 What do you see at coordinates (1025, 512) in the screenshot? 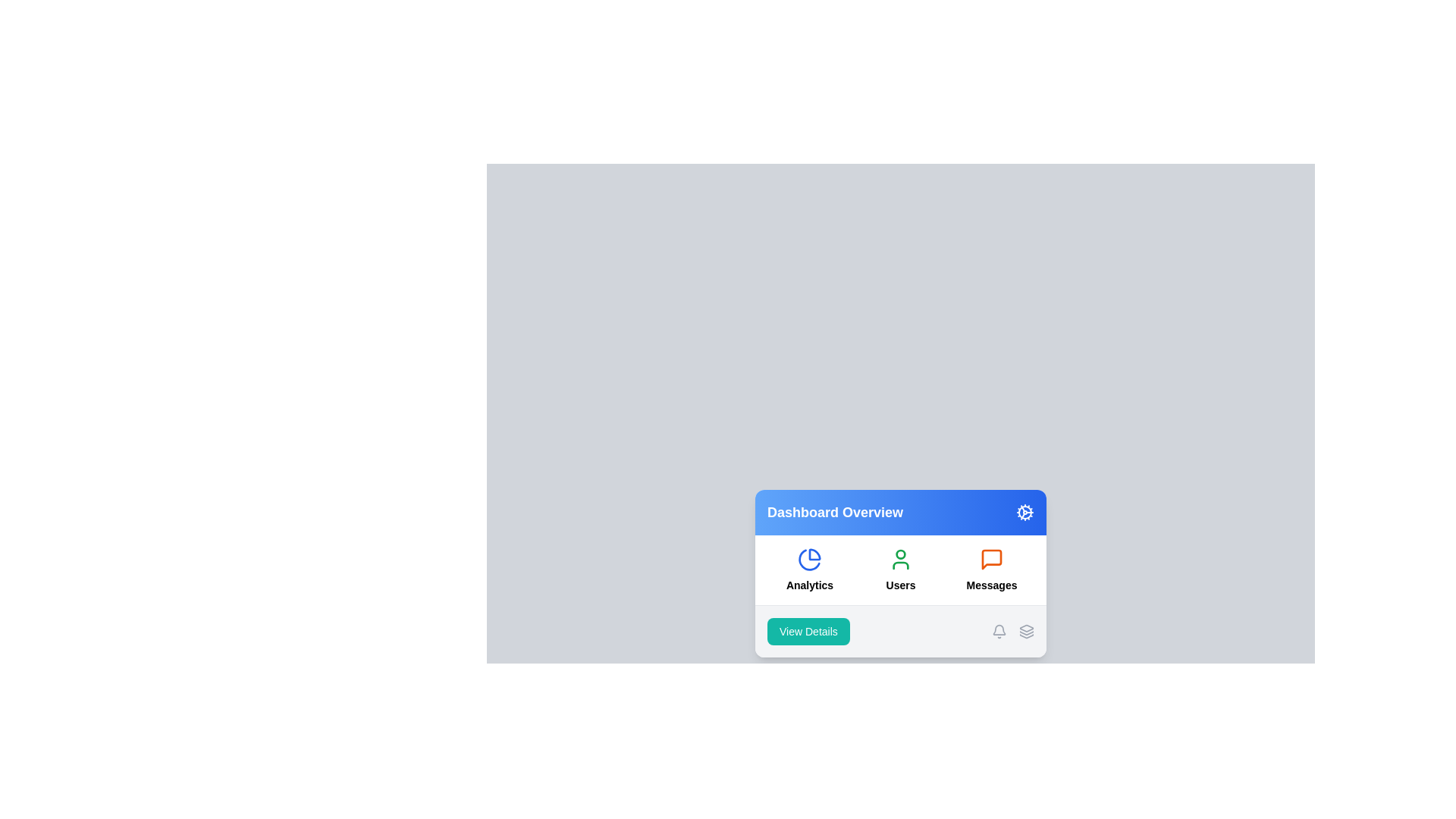
I see `the circular icon in the top-right corner of the 'Dashboard Overview' widget, which signifies settings or configuration functionality` at bounding box center [1025, 512].